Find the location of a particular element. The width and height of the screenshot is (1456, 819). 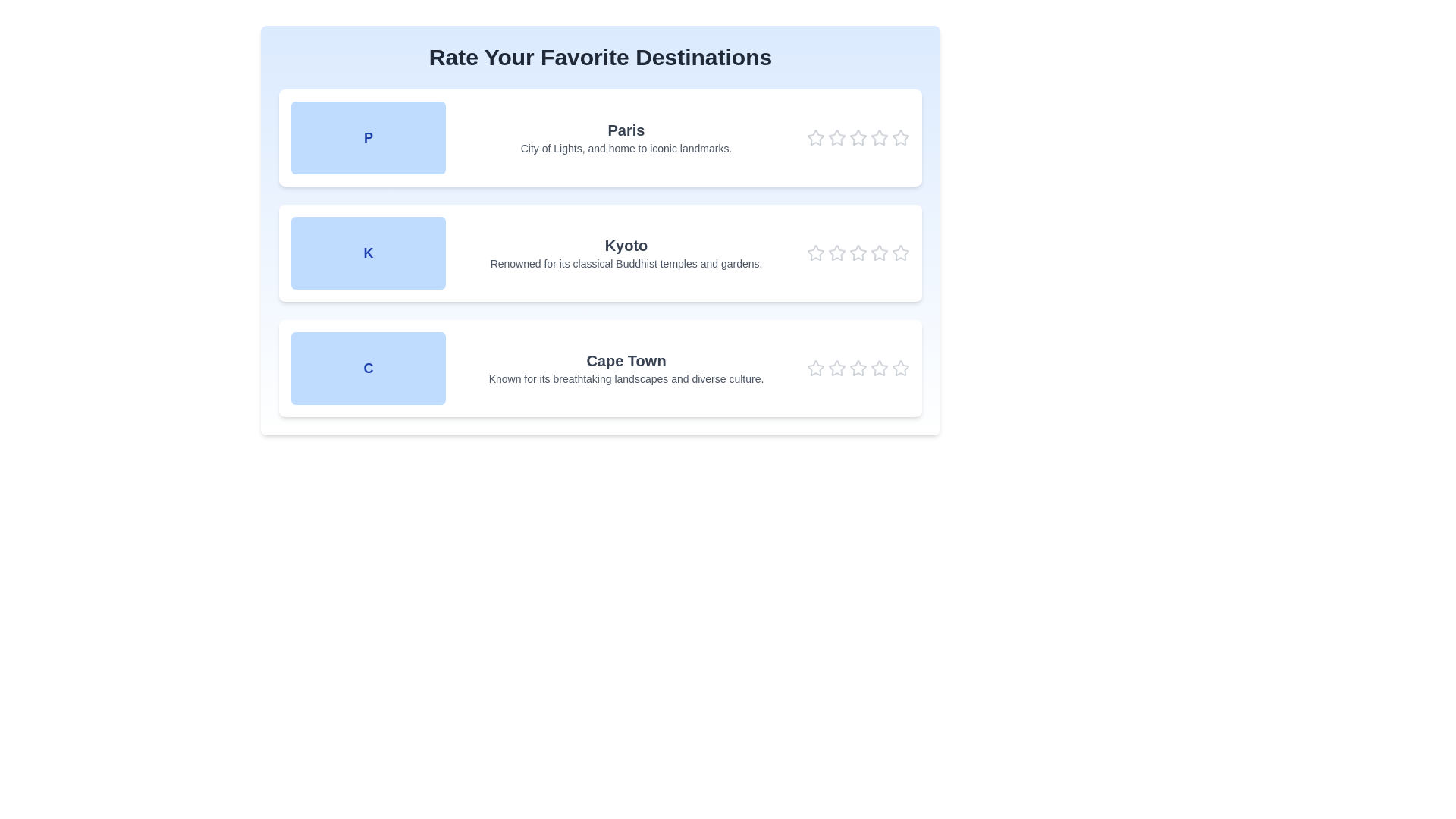

text content block titled 'Kyoto' which contains a description about its classical Buddhist temples and gardens is located at coordinates (626, 253).